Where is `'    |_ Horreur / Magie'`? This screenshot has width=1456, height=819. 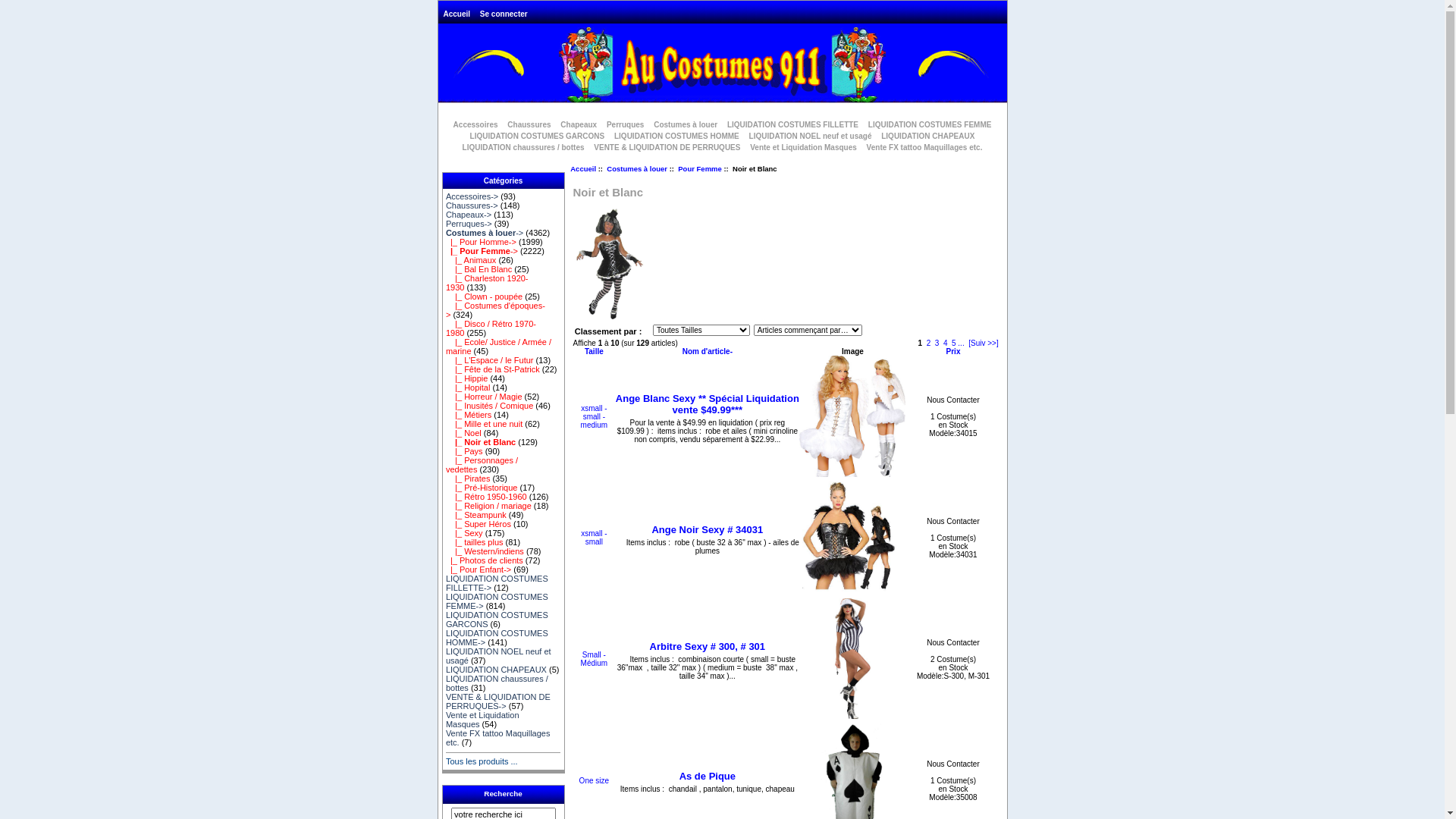
'    |_ Horreur / Magie' is located at coordinates (483, 396).